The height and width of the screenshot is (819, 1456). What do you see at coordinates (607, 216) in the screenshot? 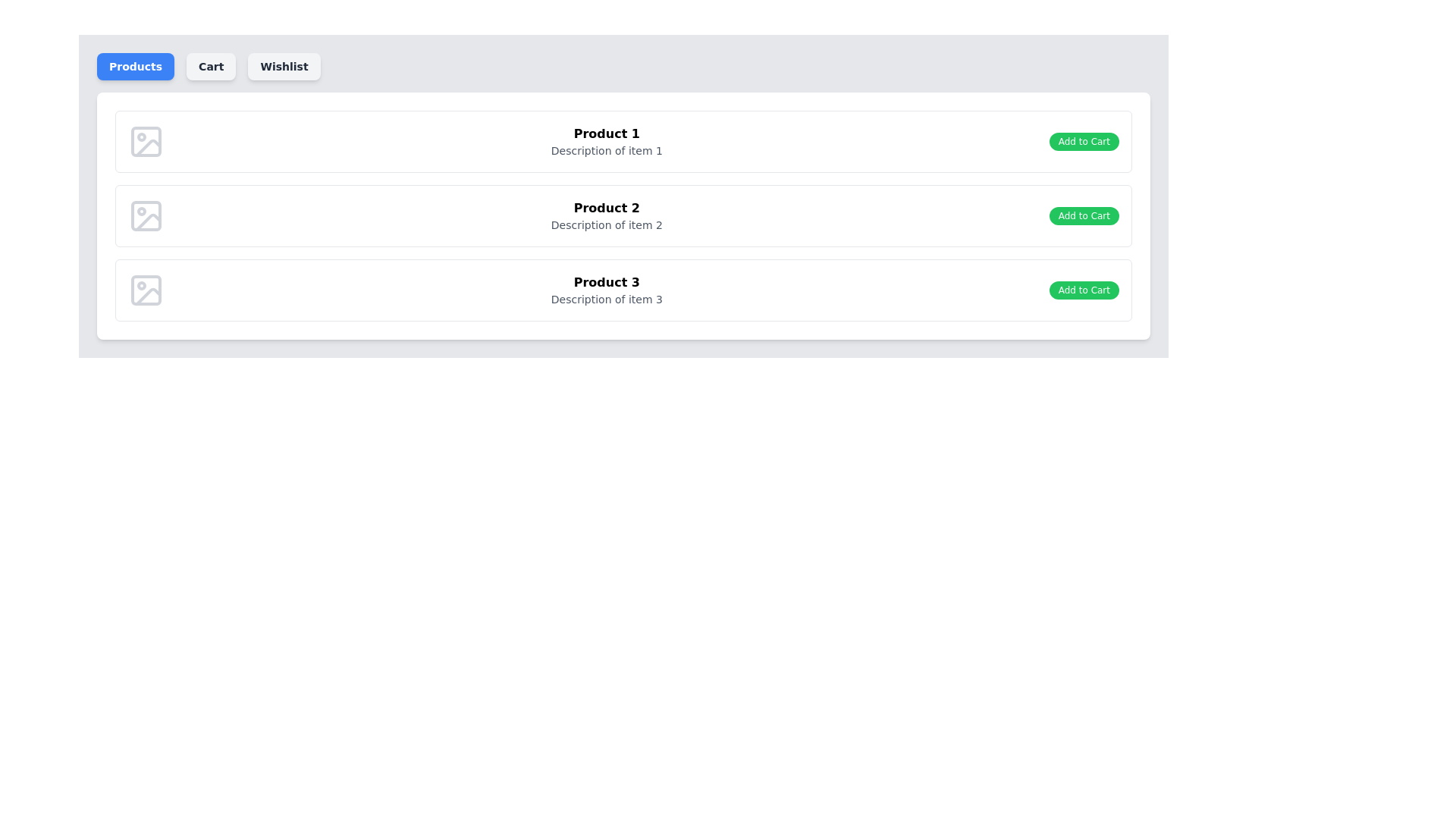
I see `product details from the text block that contains 'Product 2' and its description, which is styled in bold and smaller gray font, located in the product details section as the second row of the product list` at bounding box center [607, 216].